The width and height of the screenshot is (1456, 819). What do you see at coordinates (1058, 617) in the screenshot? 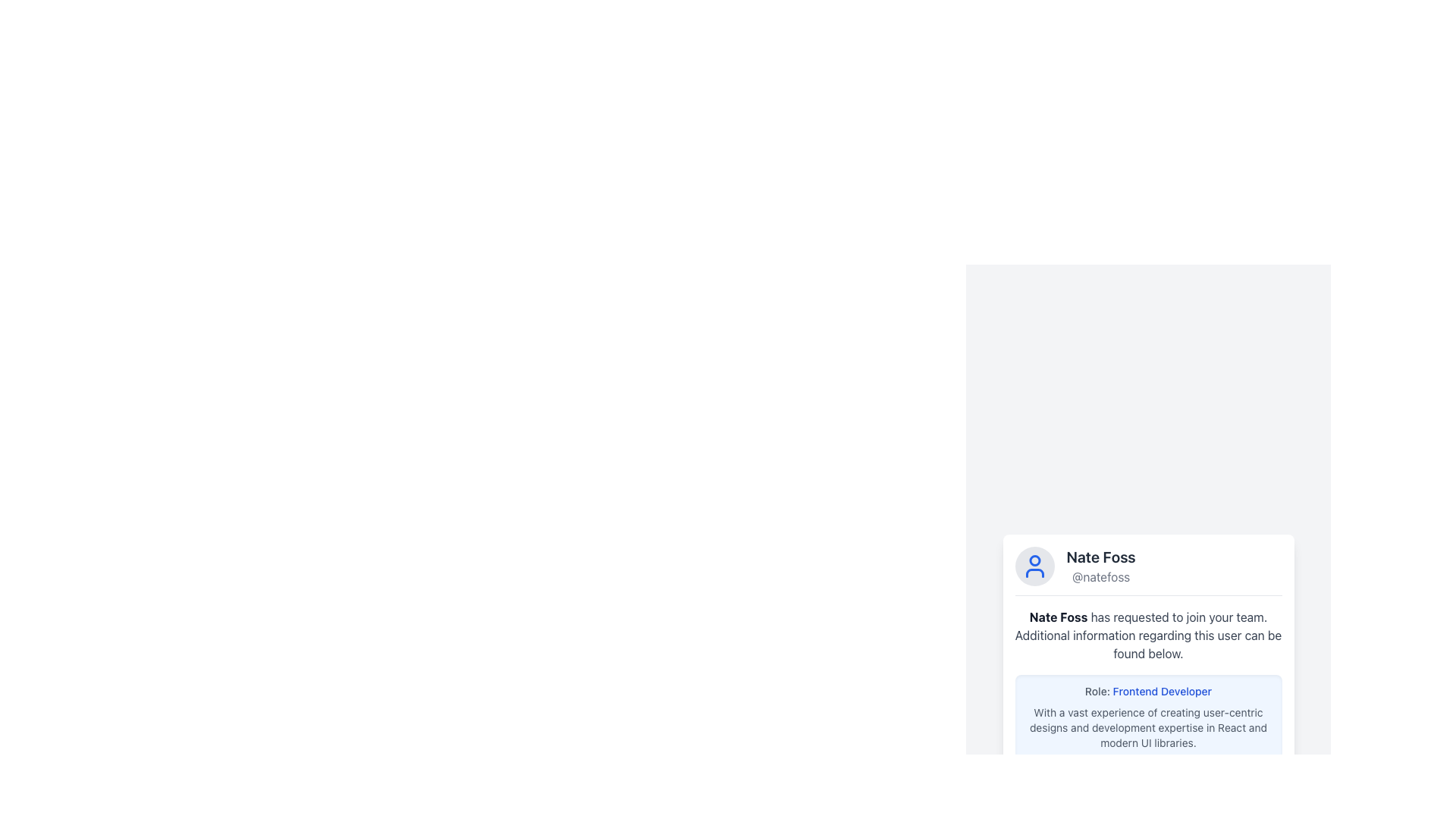
I see `the bold text label reading 'Nate Foss' which is styled in black color and precedes the sentence 'has requested to join your team'` at bounding box center [1058, 617].